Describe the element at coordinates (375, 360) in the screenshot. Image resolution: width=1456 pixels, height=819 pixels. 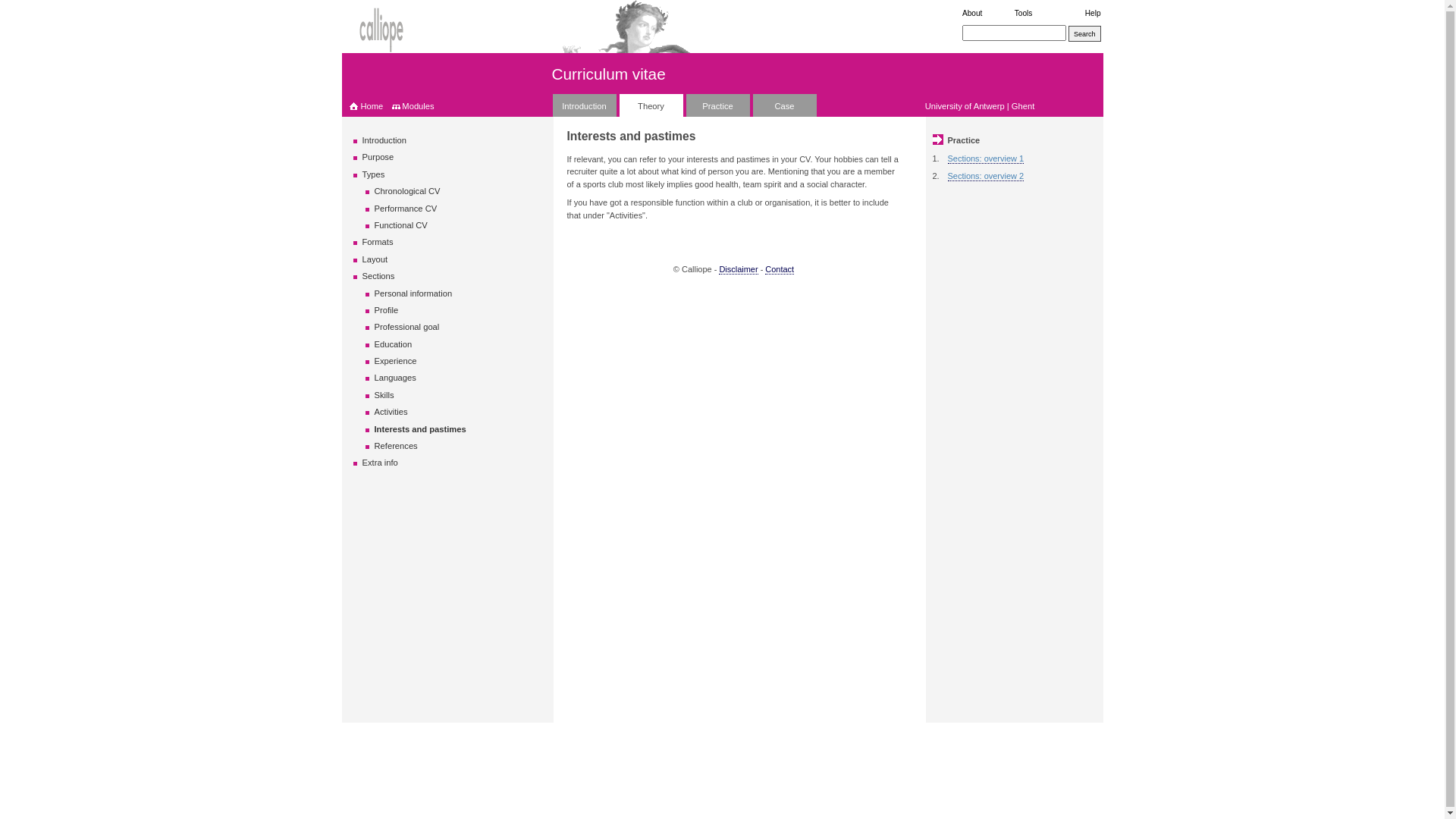
I see `'Experience'` at that location.